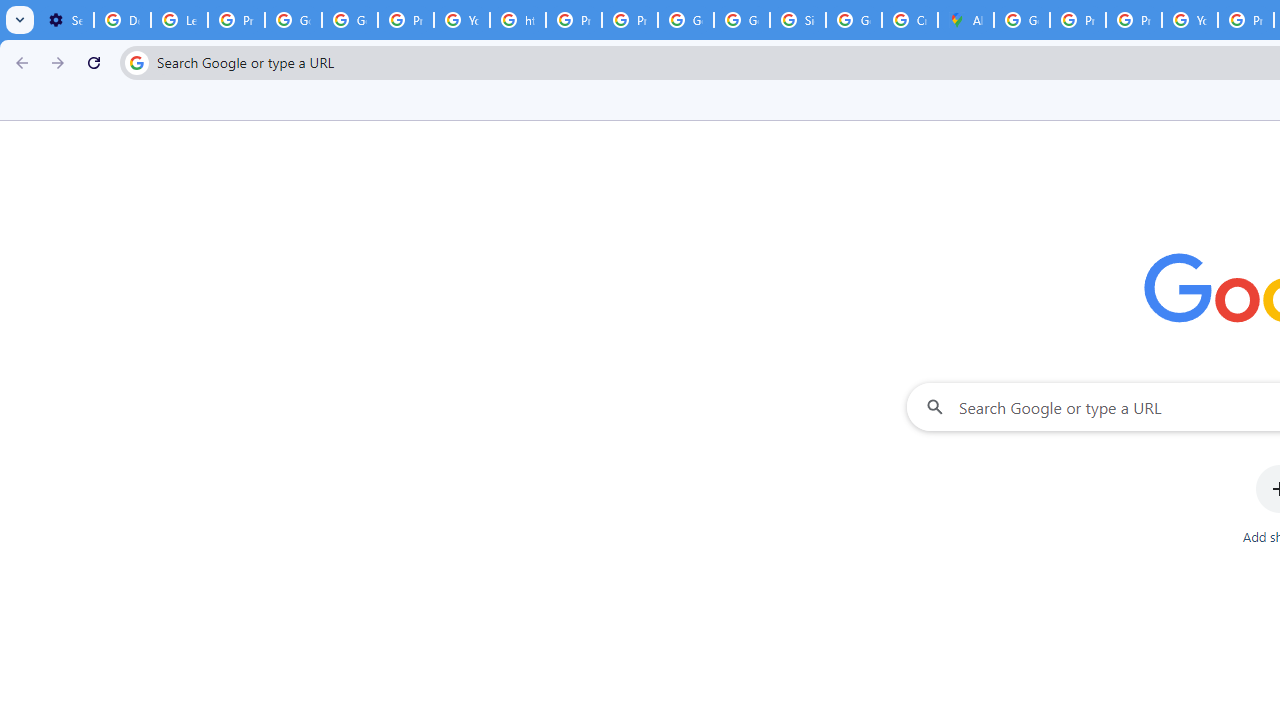 This screenshot has height=720, width=1280. I want to click on 'Delete photos & videos - Computer - Google Photos Help', so click(121, 20).